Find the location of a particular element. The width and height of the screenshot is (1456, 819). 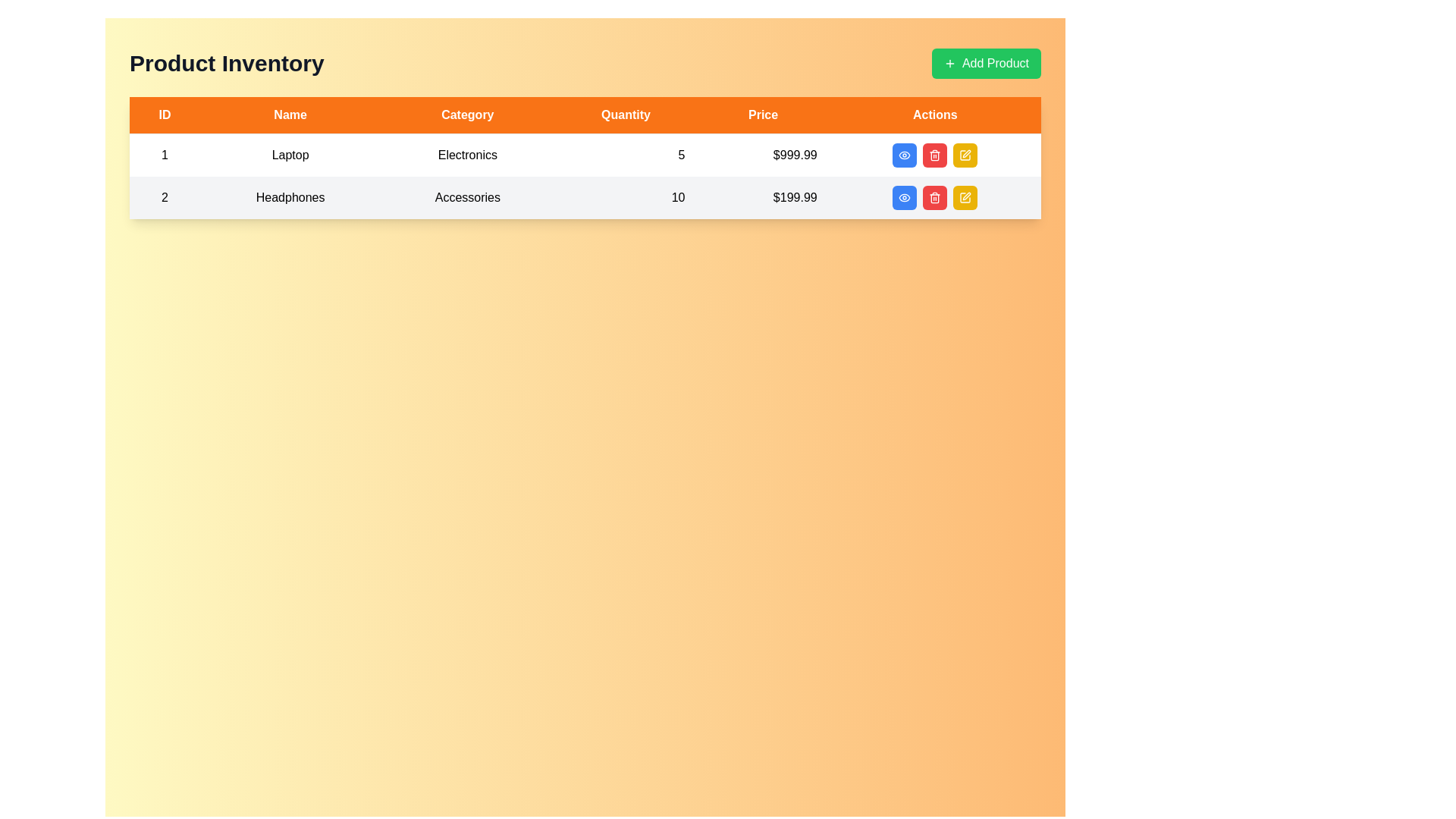

text content of the 'ID' Table Header Cell, which is the first column header in the table structure is located at coordinates (165, 115).